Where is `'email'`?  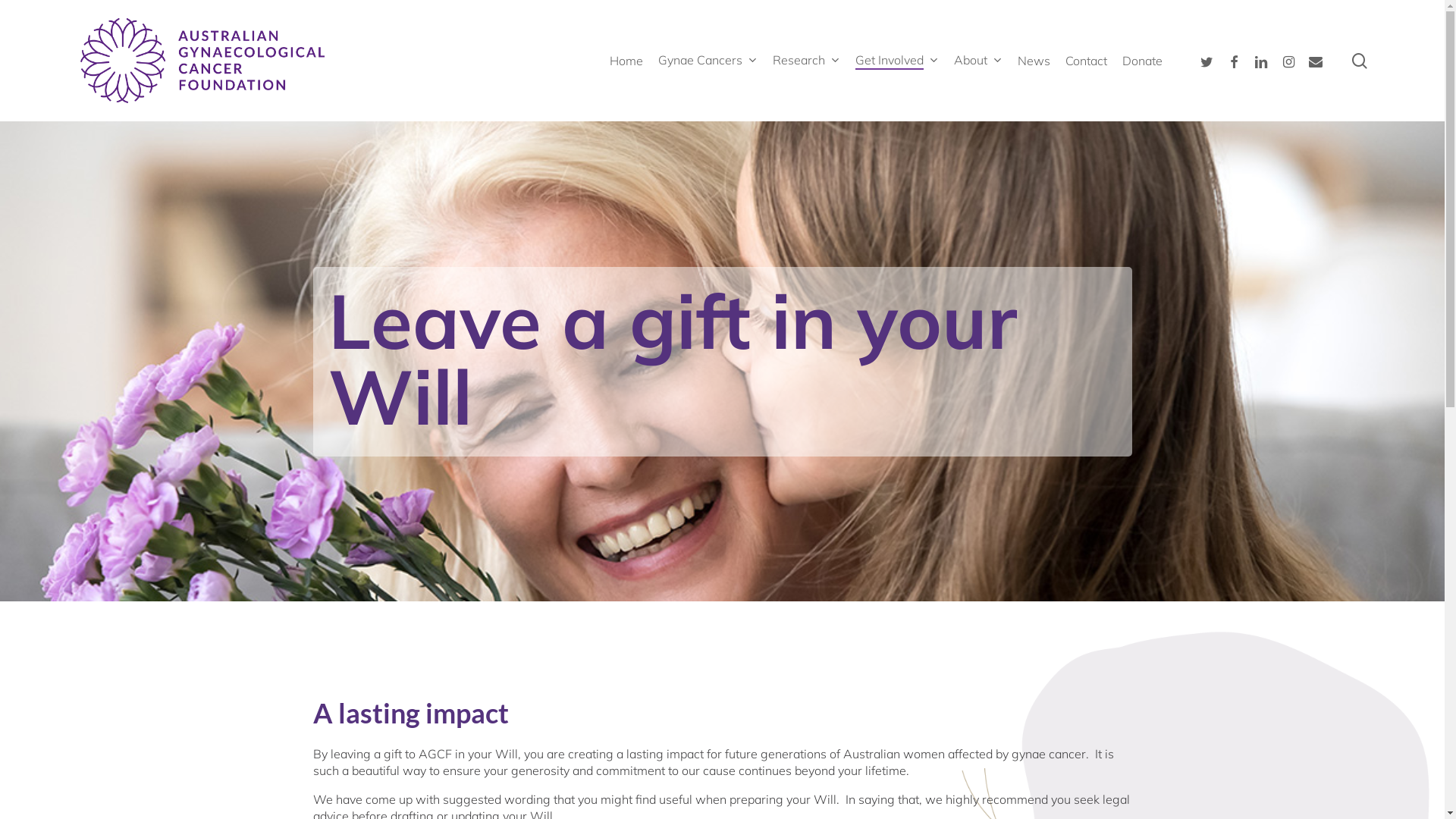 'email' is located at coordinates (1314, 60).